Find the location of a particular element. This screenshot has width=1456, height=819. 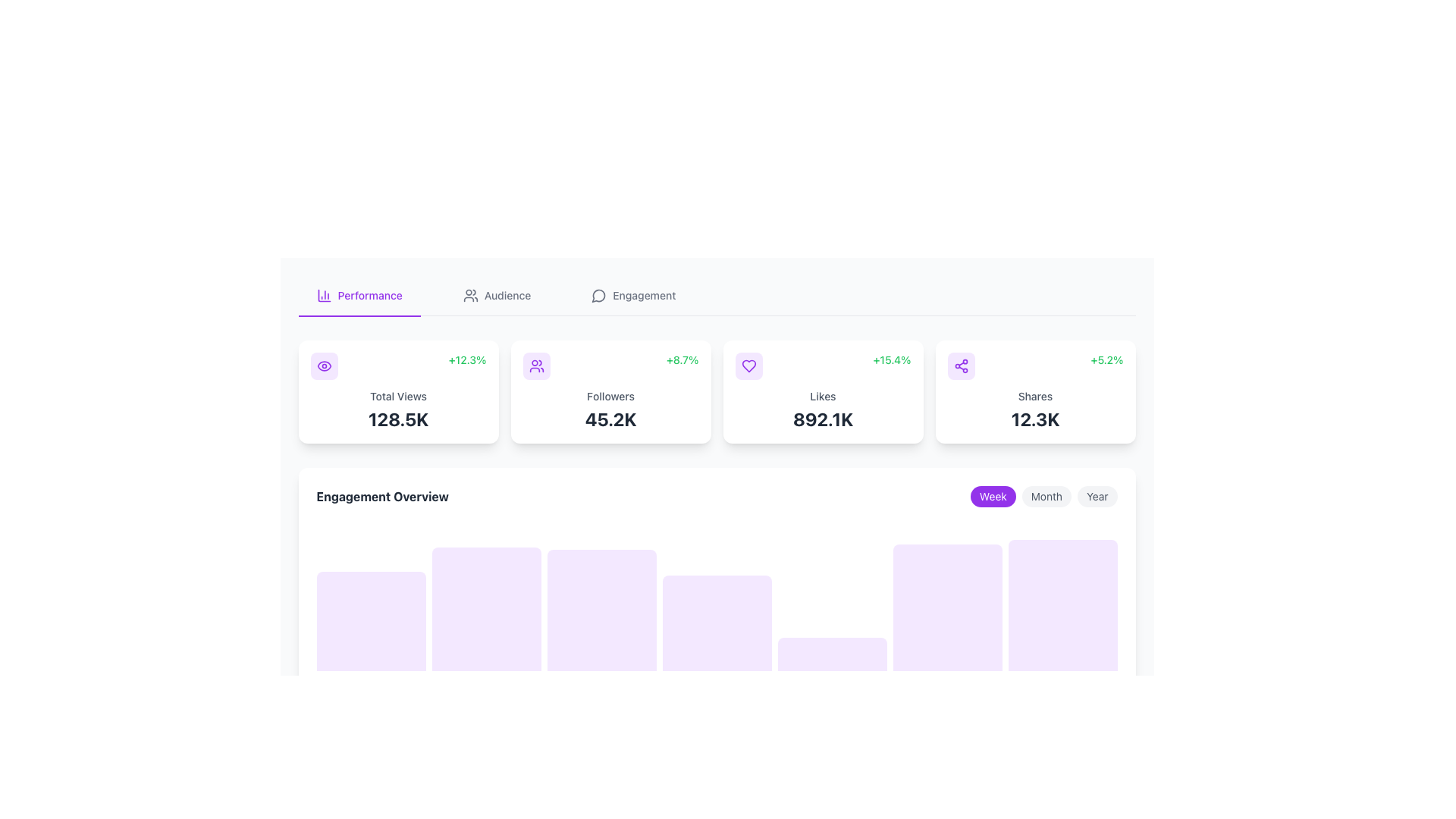

the fifth column of the Visualization Bar in the bar chart, which represents a data point or metric and is located near the bottom of the interface is located at coordinates (831, 653).